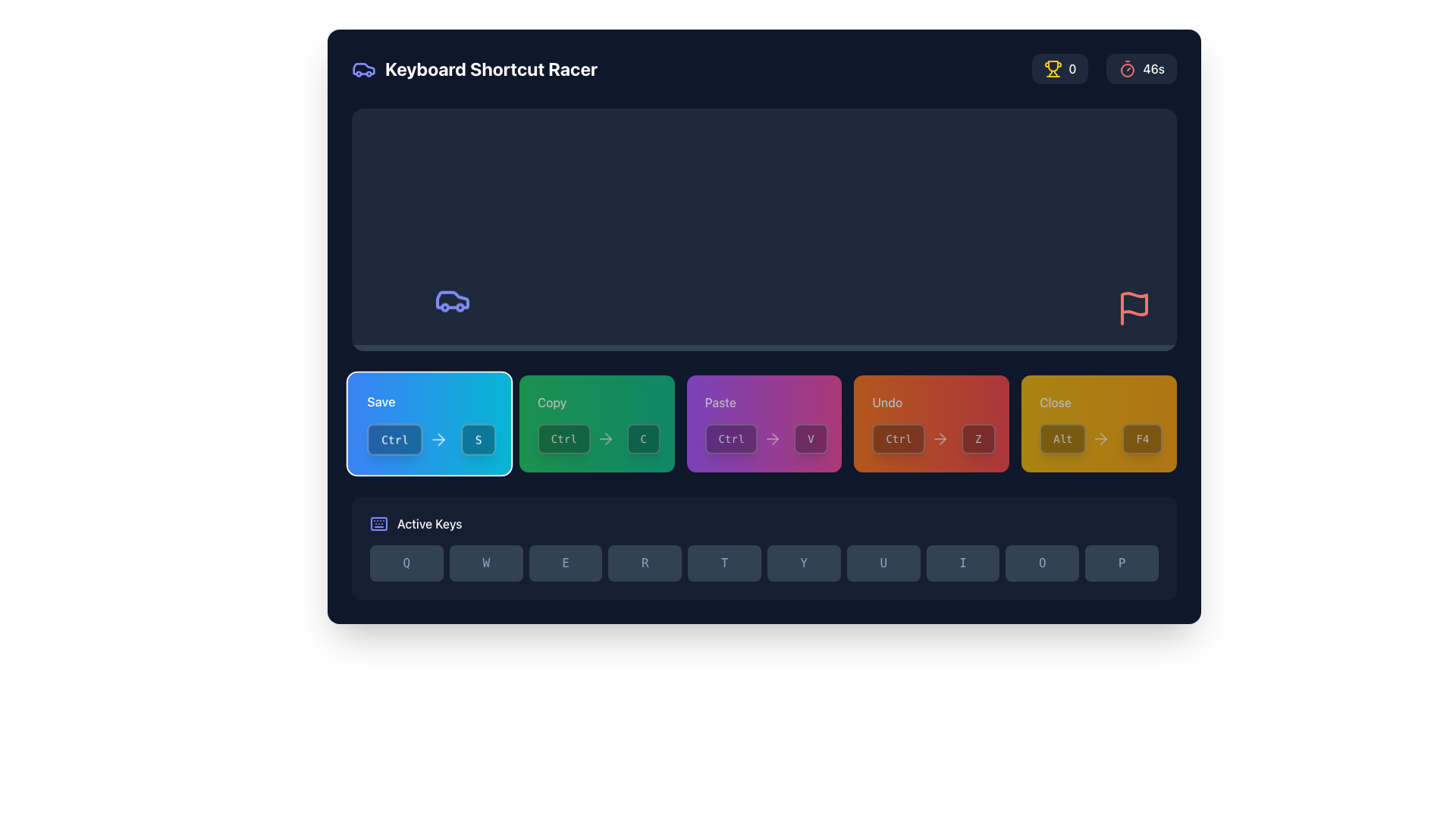 This screenshot has height=819, width=1456. What do you see at coordinates (1101, 438) in the screenshot?
I see `the arrow icon pointing to the right within the 'Close' button panel, located between the 'Alt' label and the 'F4' key` at bounding box center [1101, 438].